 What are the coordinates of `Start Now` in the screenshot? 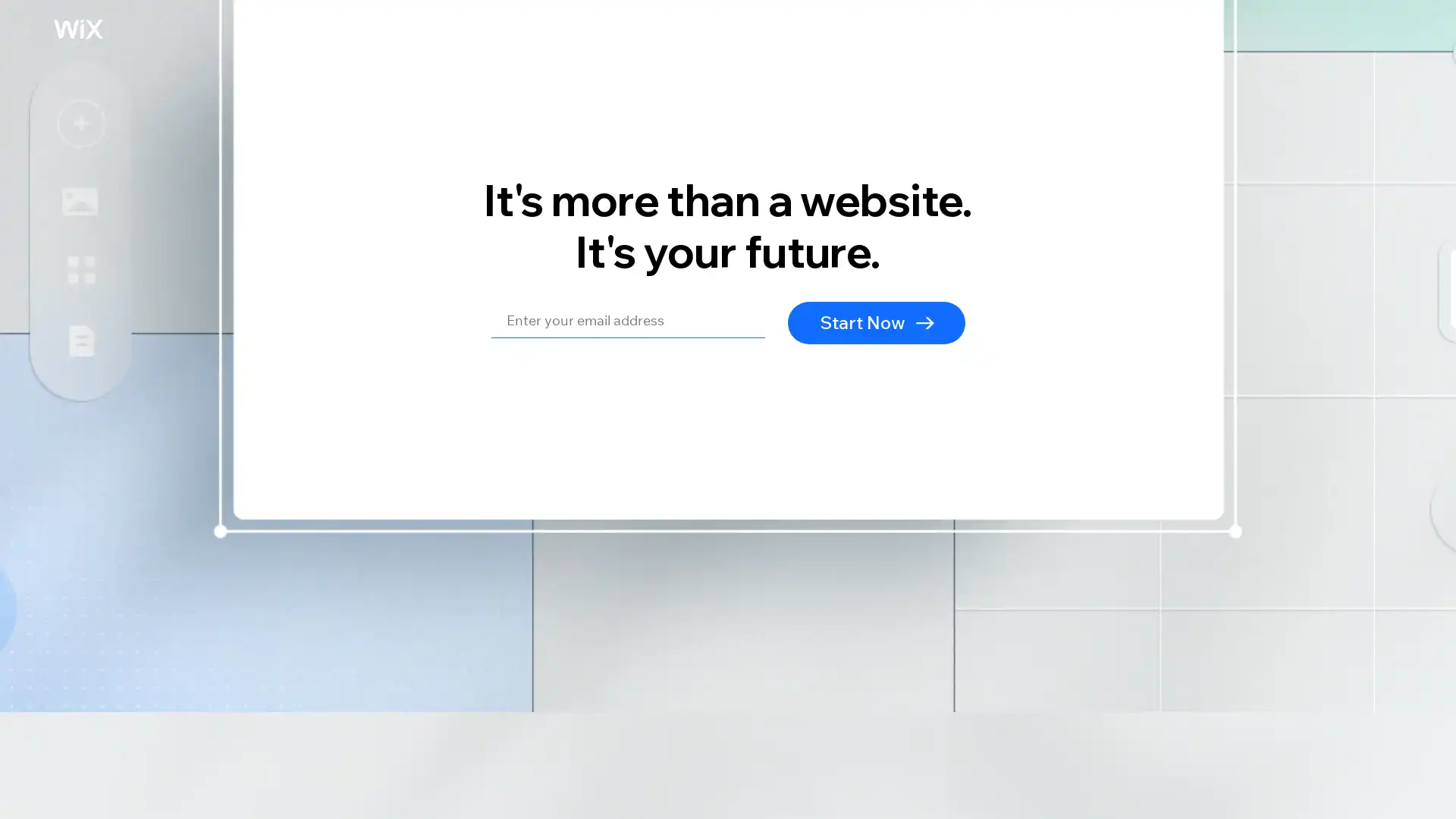 It's located at (877, 321).